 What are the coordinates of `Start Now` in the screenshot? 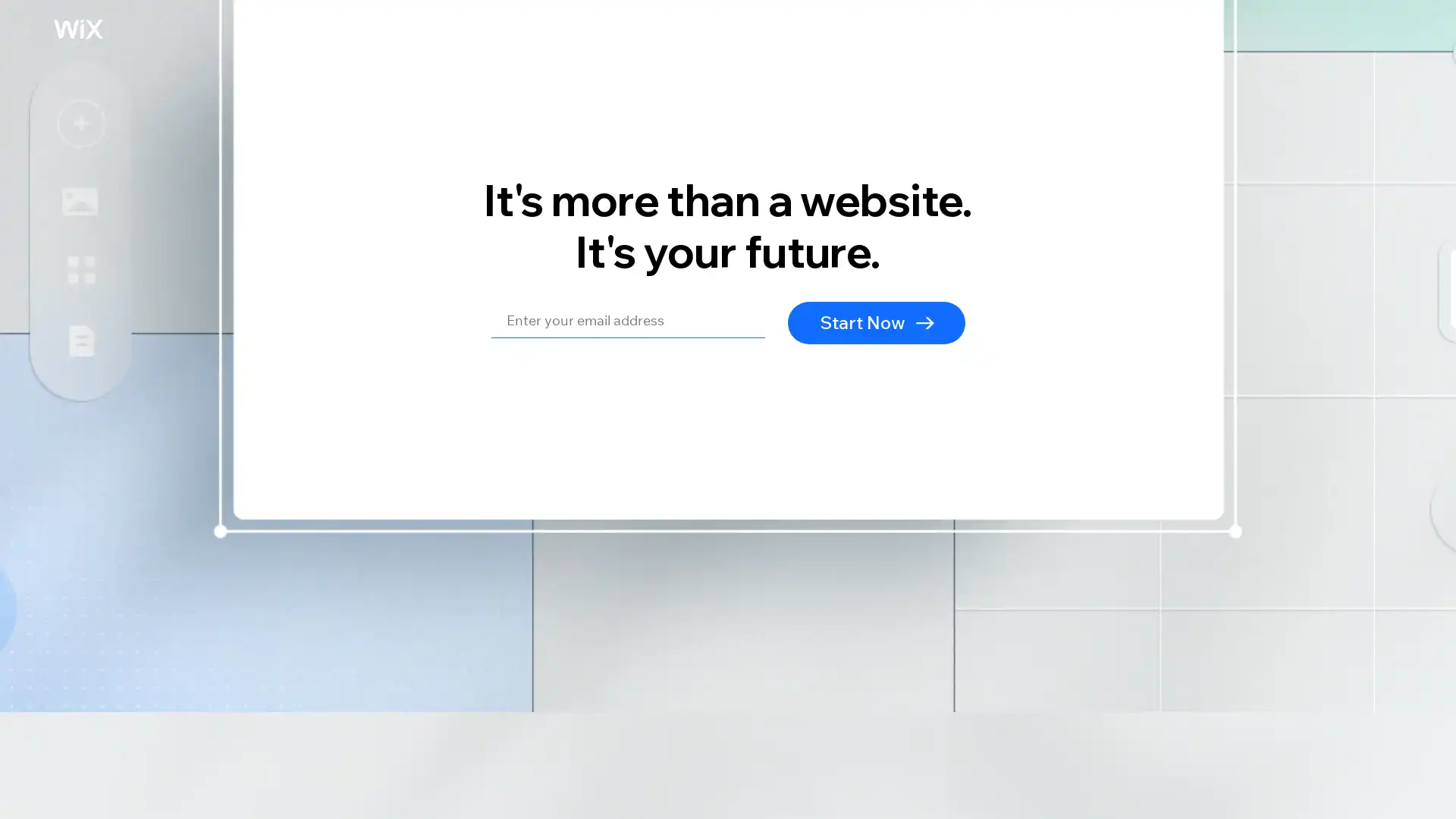 It's located at (877, 321).